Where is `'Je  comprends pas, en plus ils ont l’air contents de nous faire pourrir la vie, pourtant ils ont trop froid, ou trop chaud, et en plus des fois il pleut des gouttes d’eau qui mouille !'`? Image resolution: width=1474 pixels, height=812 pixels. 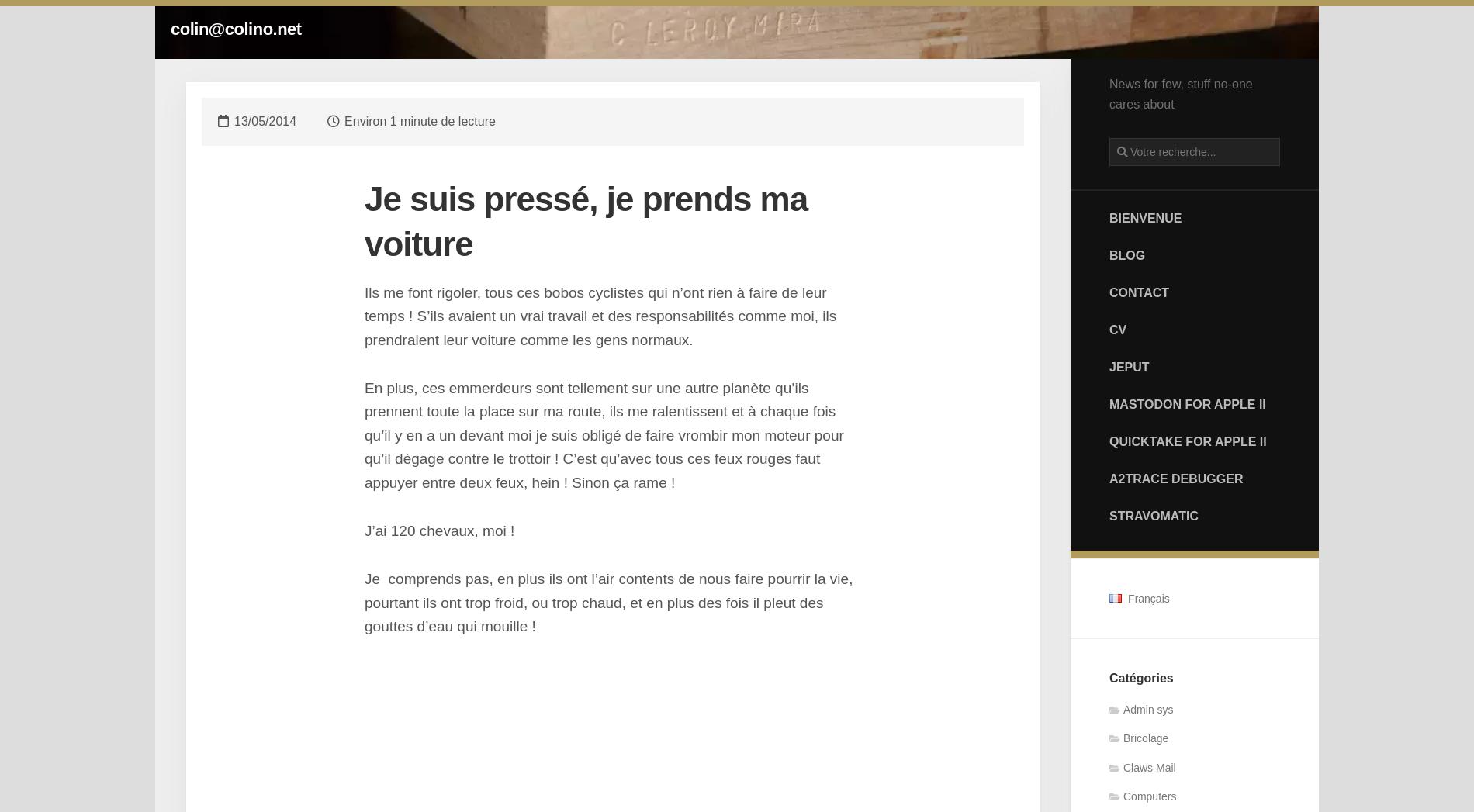 'Je  comprends pas, en plus ils ont l’air contents de nous faire pourrir la vie, pourtant ils ont trop froid, ou trop chaud, et en plus des fois il pleut des gouttes d’eau qui mouille !' is located at coordinates (607, 601).